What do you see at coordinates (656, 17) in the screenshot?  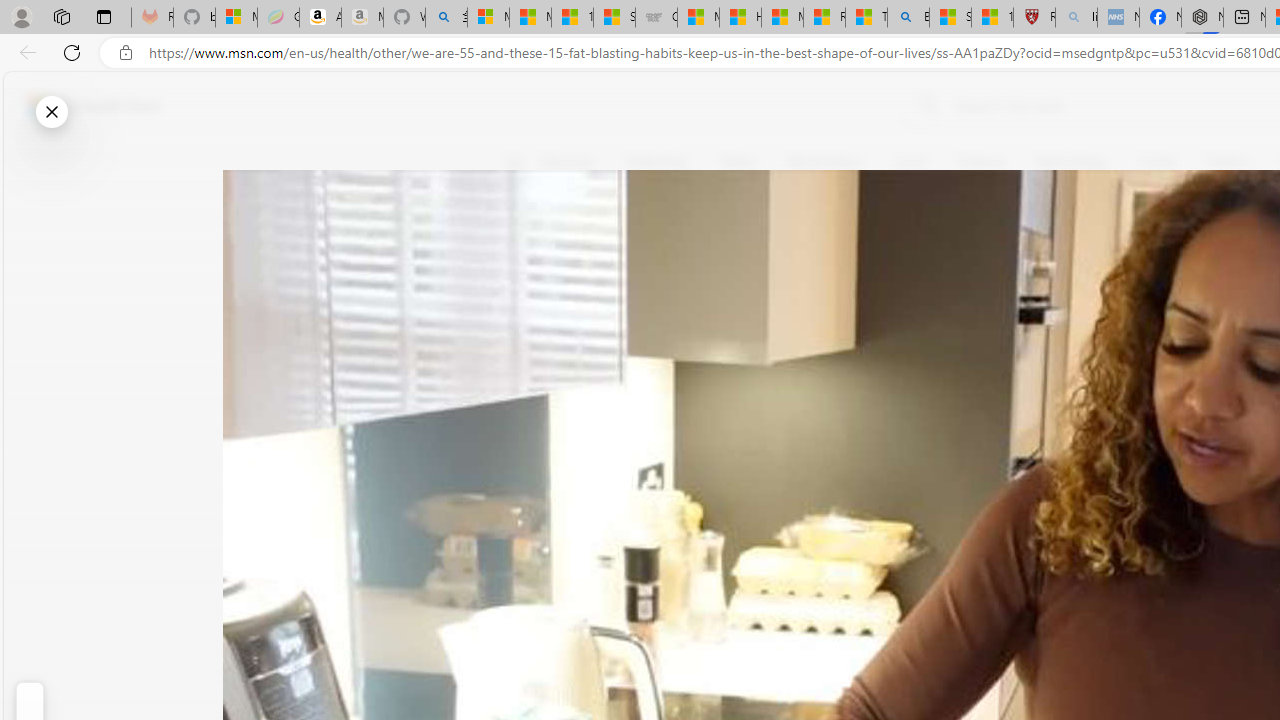 I see `'Combat Siege'` at bounding box center [656, 17].